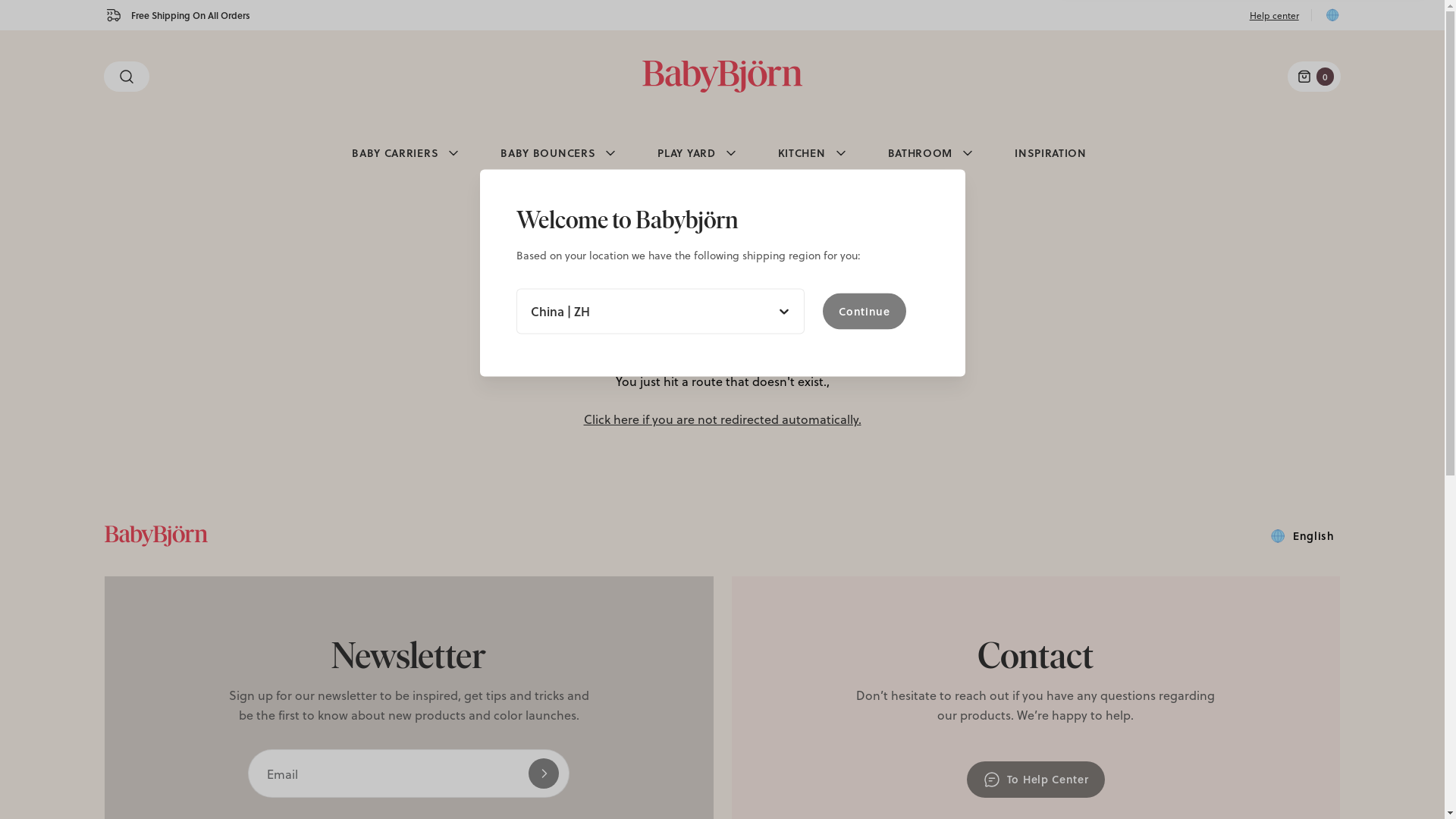 The height and width of the screenshot is (819, 1456). Describe the element at coordinates (813, 152) in the screenshot. I see `'KITCHEN'` at that location.